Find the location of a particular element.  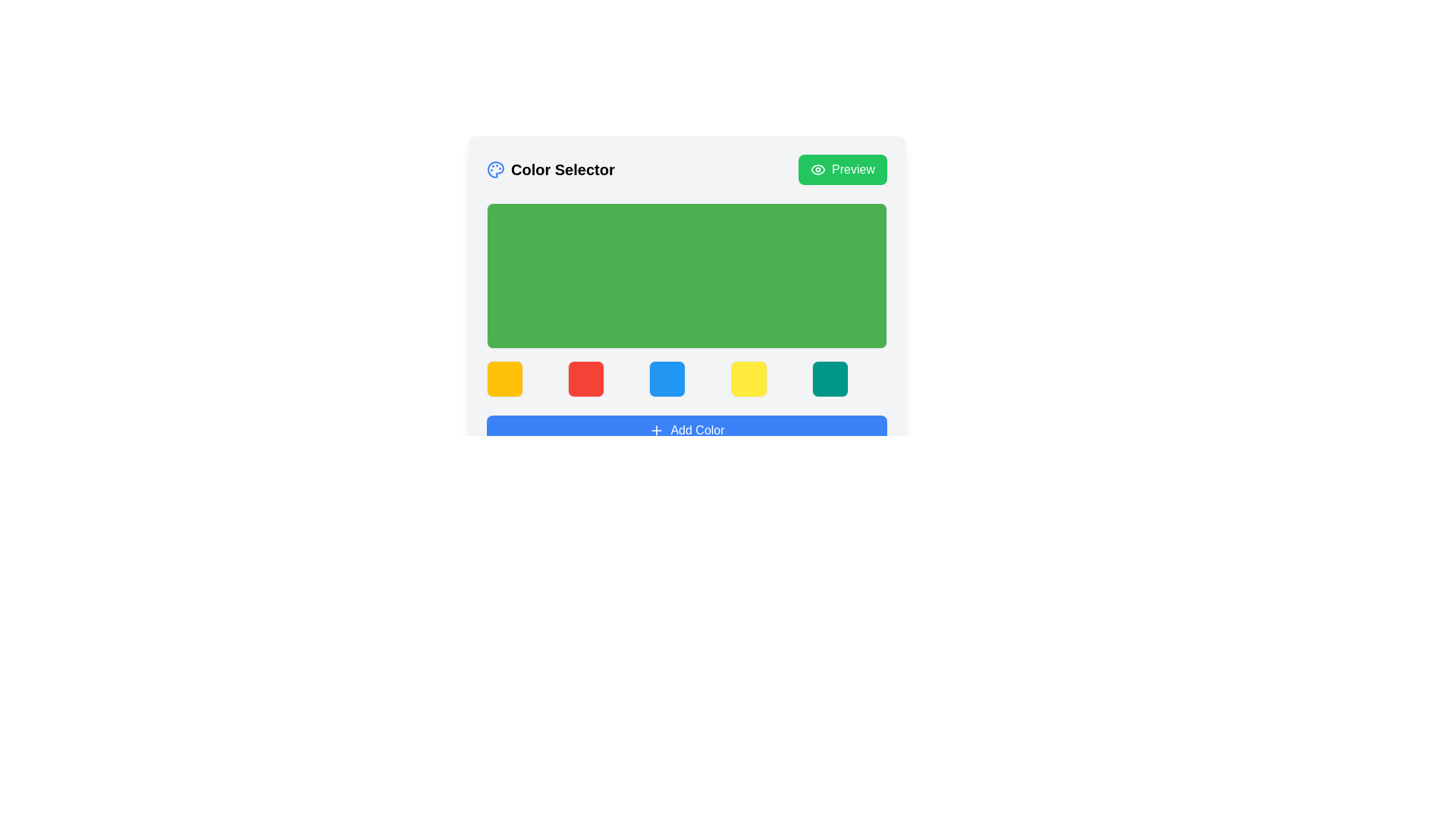

the 'Add Color' button located at the bottom of the 'Color Selector' panel is located at coordinates (686, 430).